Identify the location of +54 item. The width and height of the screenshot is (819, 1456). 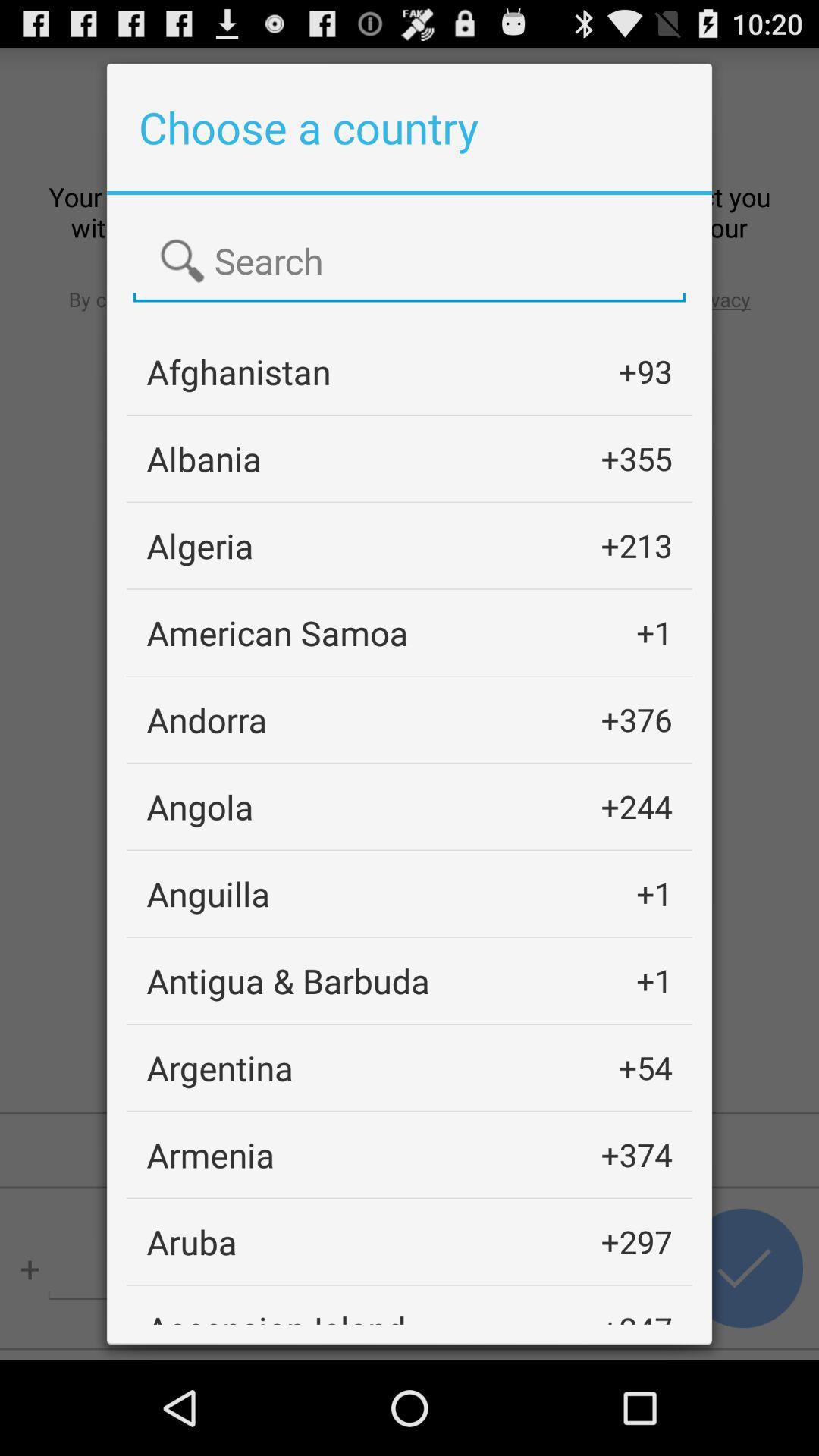
(645, 1067).